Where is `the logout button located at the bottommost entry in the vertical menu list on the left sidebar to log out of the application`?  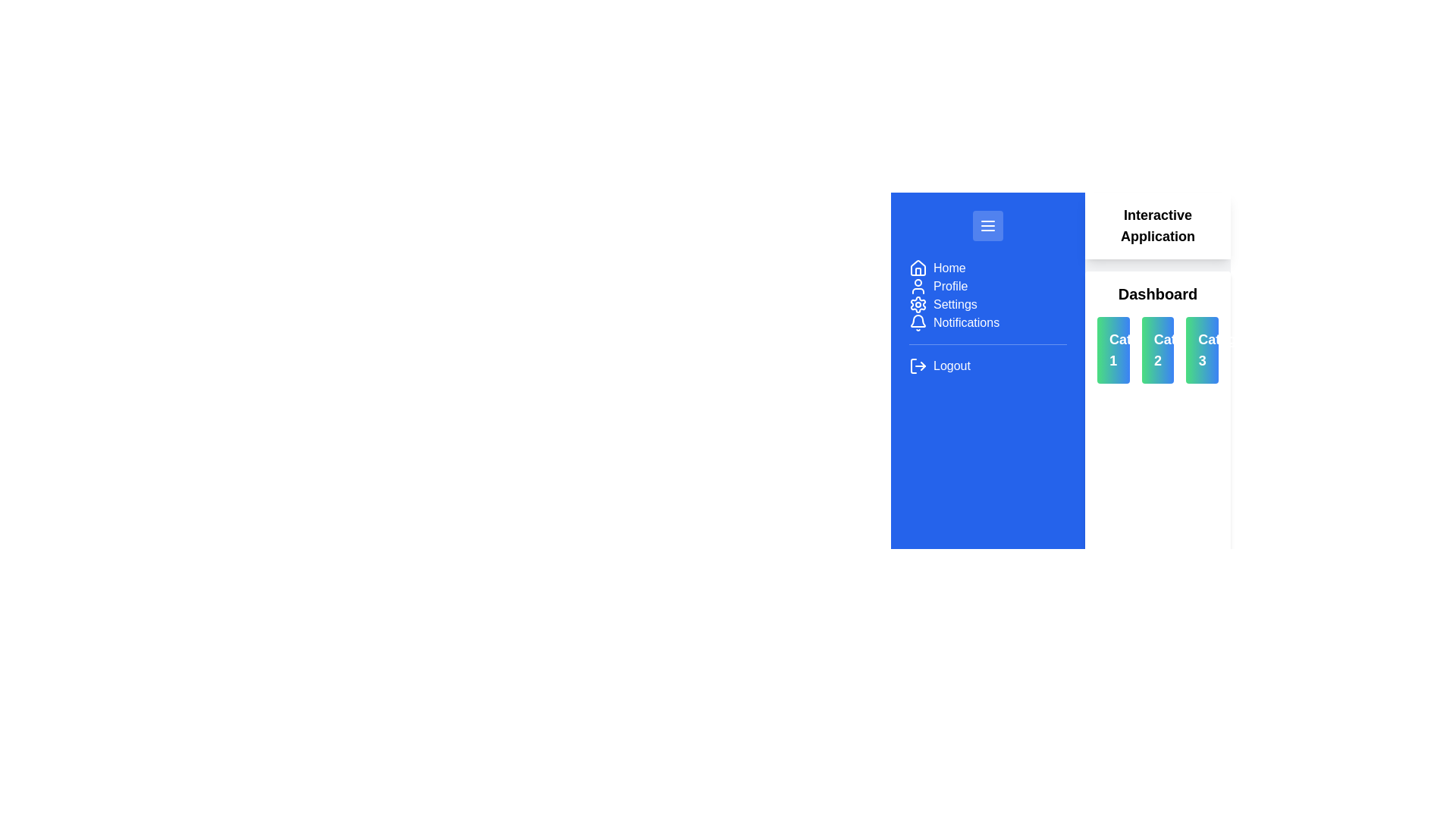 the logout button located at the bottommost entry in the vertical menu list on the left sidebar to log out of the application is located at coordinates (987, 366).